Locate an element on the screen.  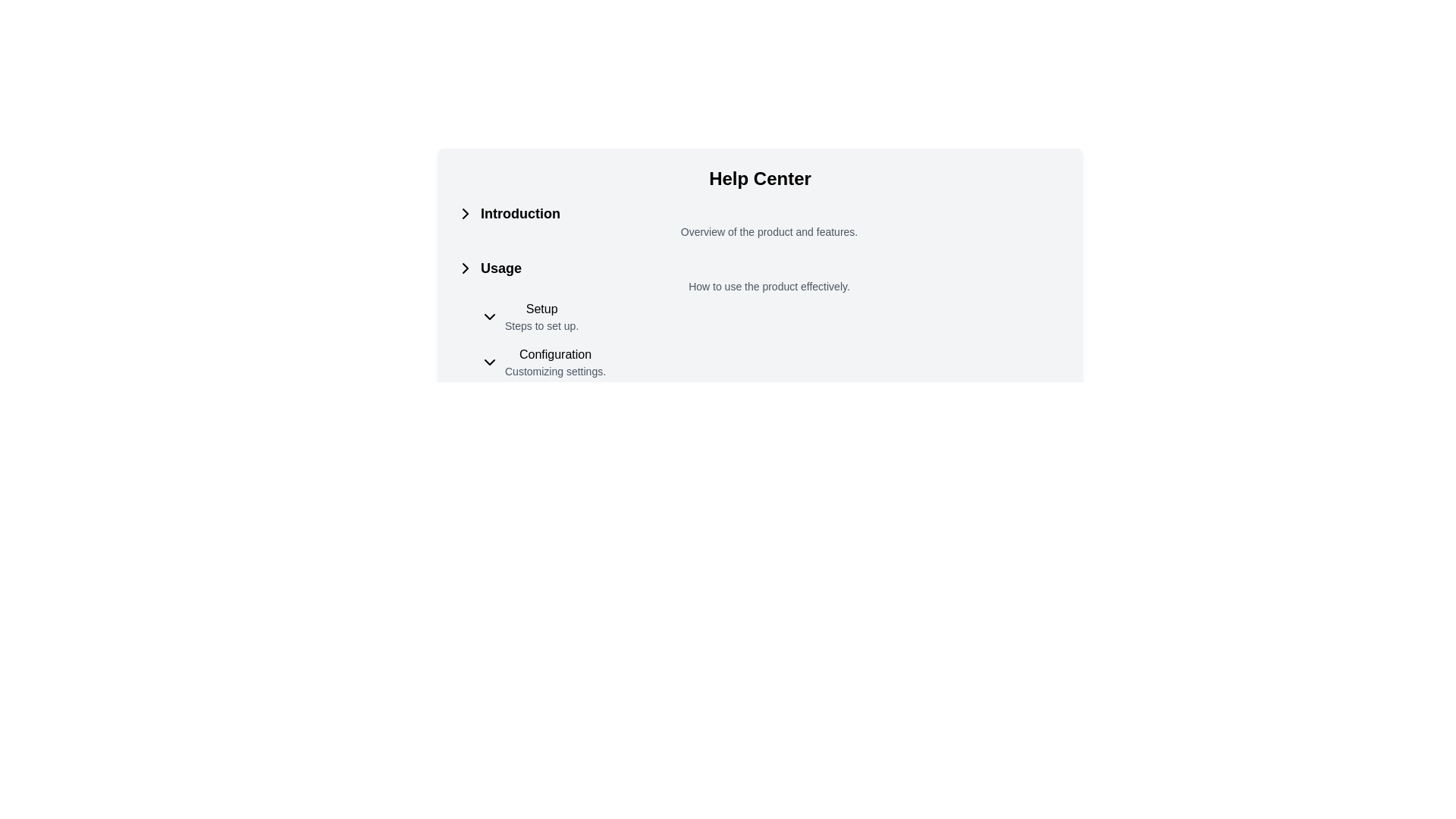
the Navigation Panel section titled 'Usage' is located at coordinates (760, 318).